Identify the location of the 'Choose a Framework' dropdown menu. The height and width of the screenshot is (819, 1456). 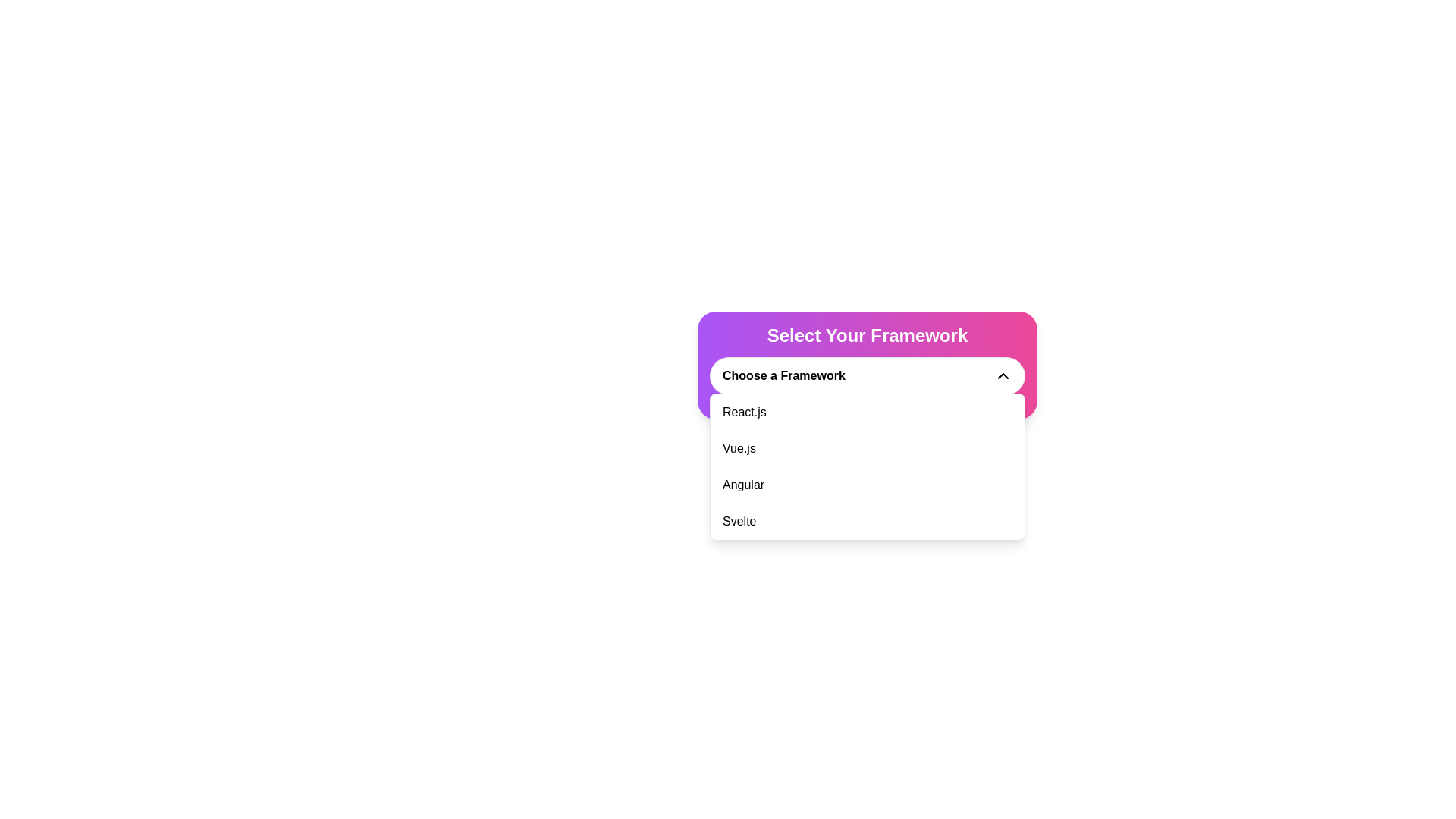
(867, 375).